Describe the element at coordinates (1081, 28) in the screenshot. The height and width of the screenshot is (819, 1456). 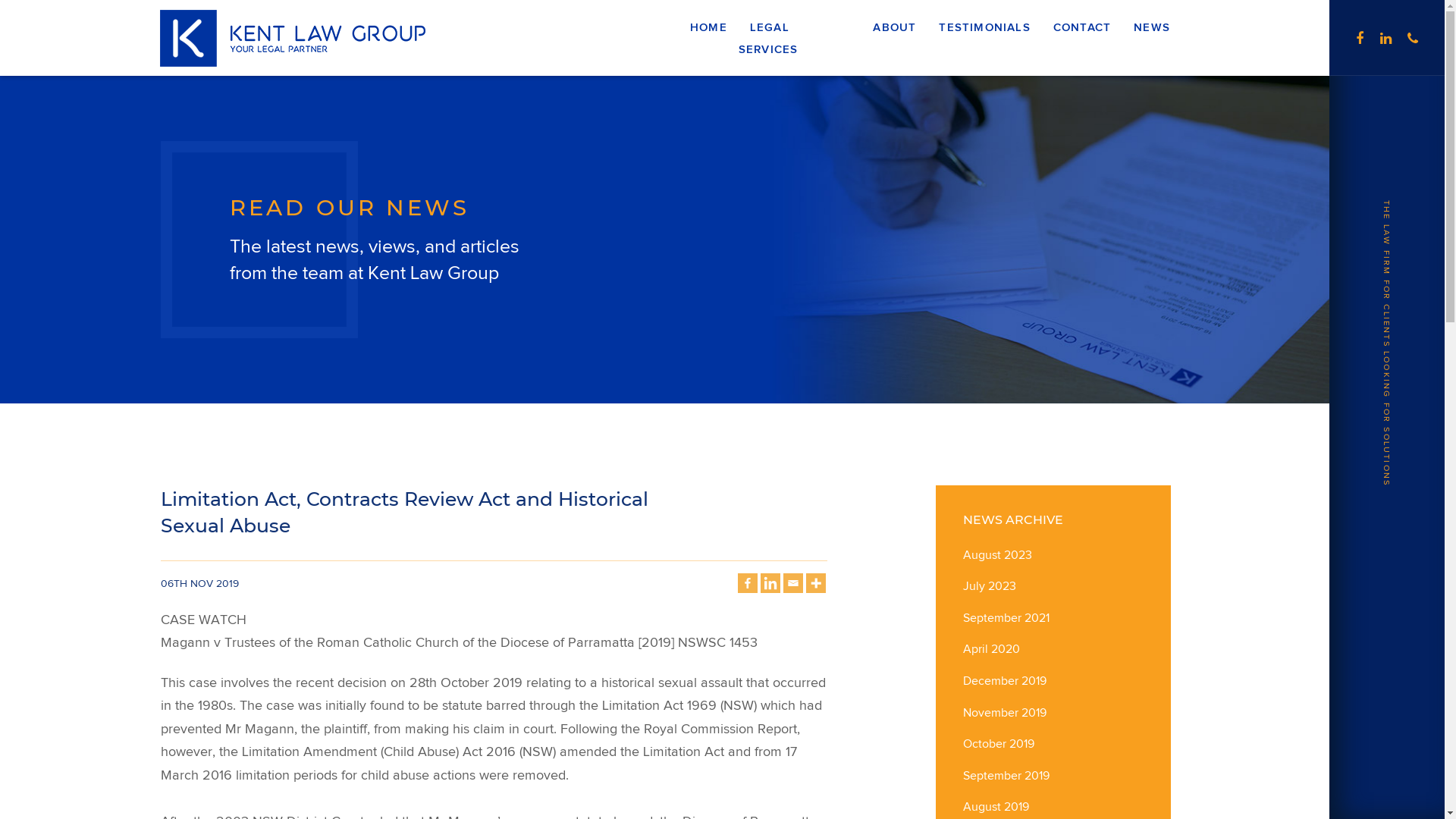
I see `'CONTACT'` at that location.